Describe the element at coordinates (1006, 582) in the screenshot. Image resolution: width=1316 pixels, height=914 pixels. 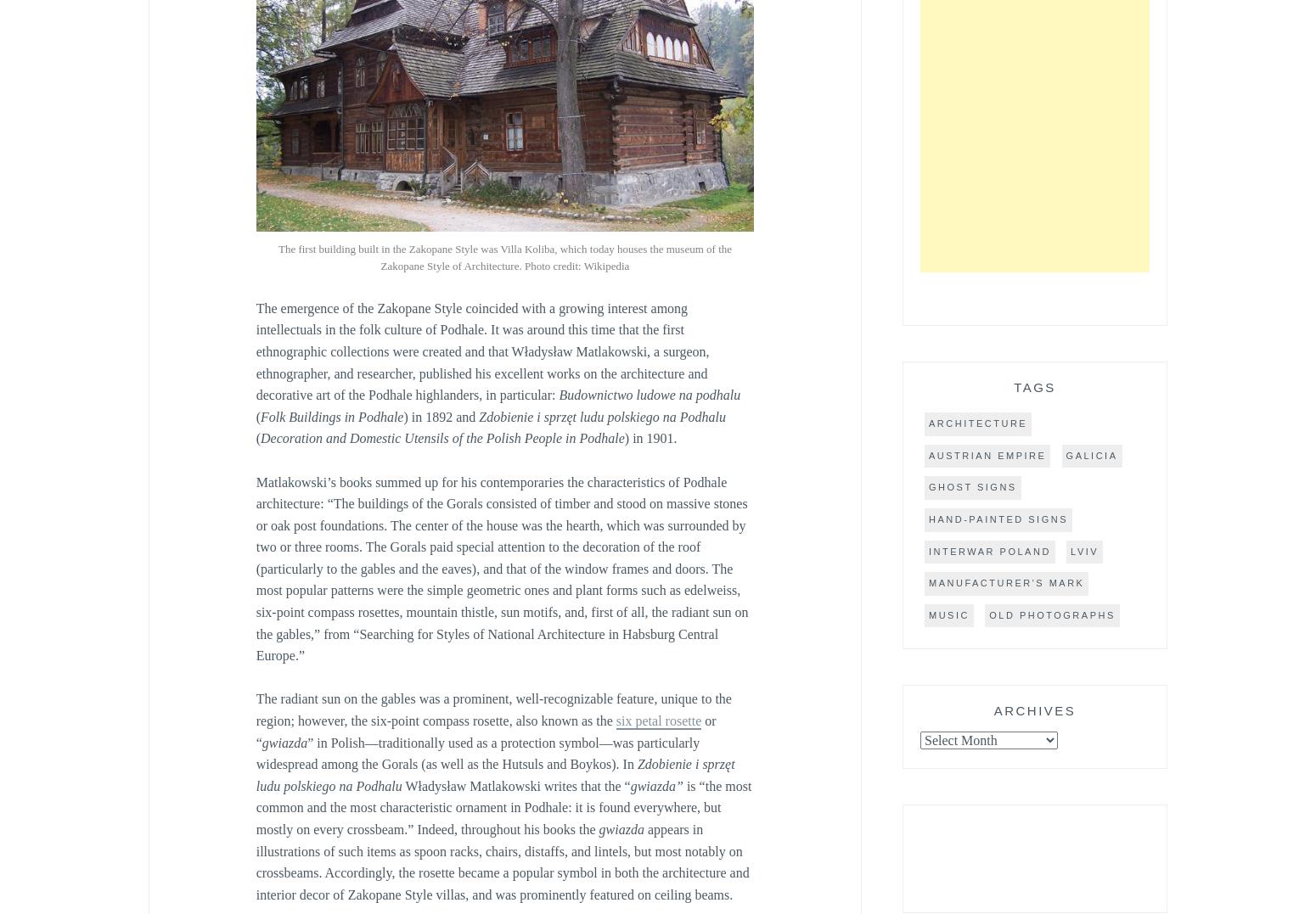
I see `'manufacturer's mark'` at that location.